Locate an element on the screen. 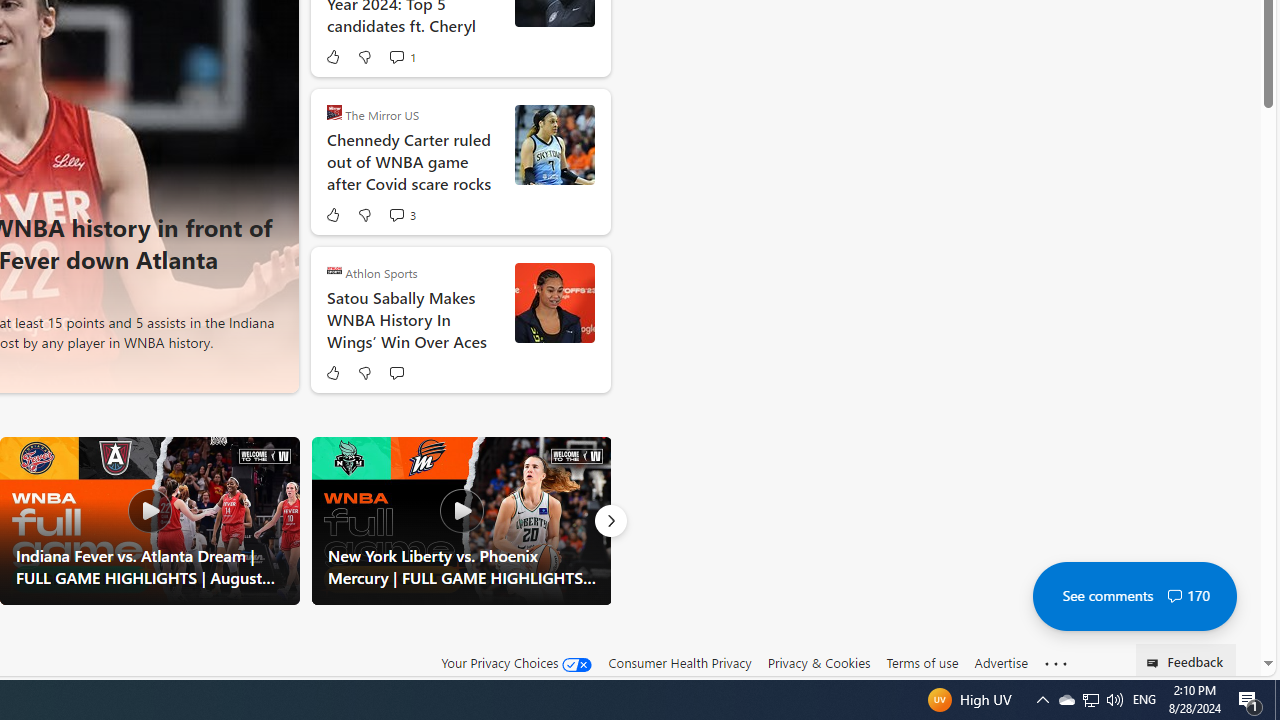 Image resolution: width=1280 pixels, height=720 pixels. 'Your Privacy Choices' is located at coordinates (517, 663).